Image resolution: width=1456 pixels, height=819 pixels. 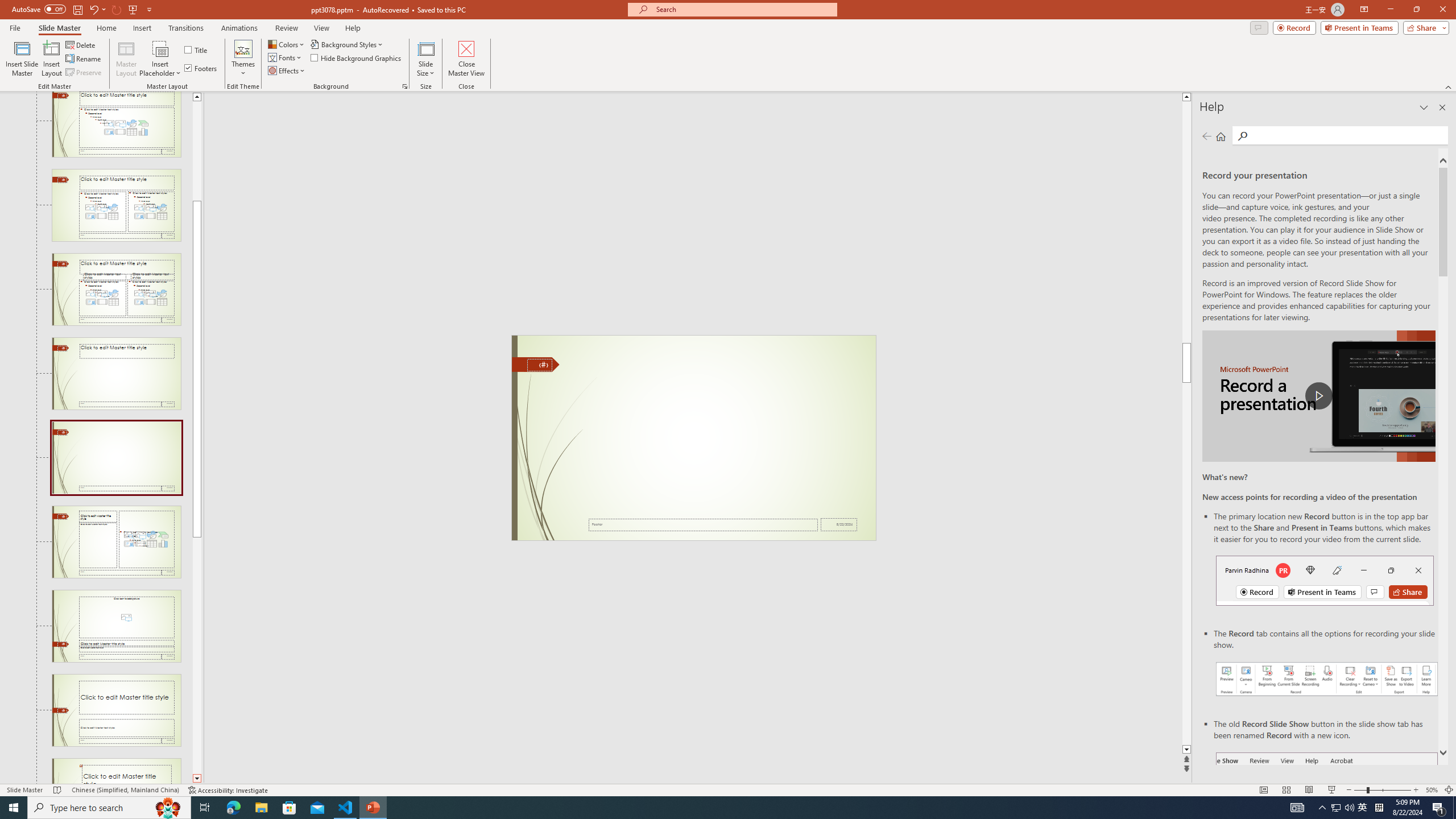 What do you see at coordinates (1326, 678) in the screenshot?
I see `'Record your presentations screenshot one'` at bounding box center [1326, 678].